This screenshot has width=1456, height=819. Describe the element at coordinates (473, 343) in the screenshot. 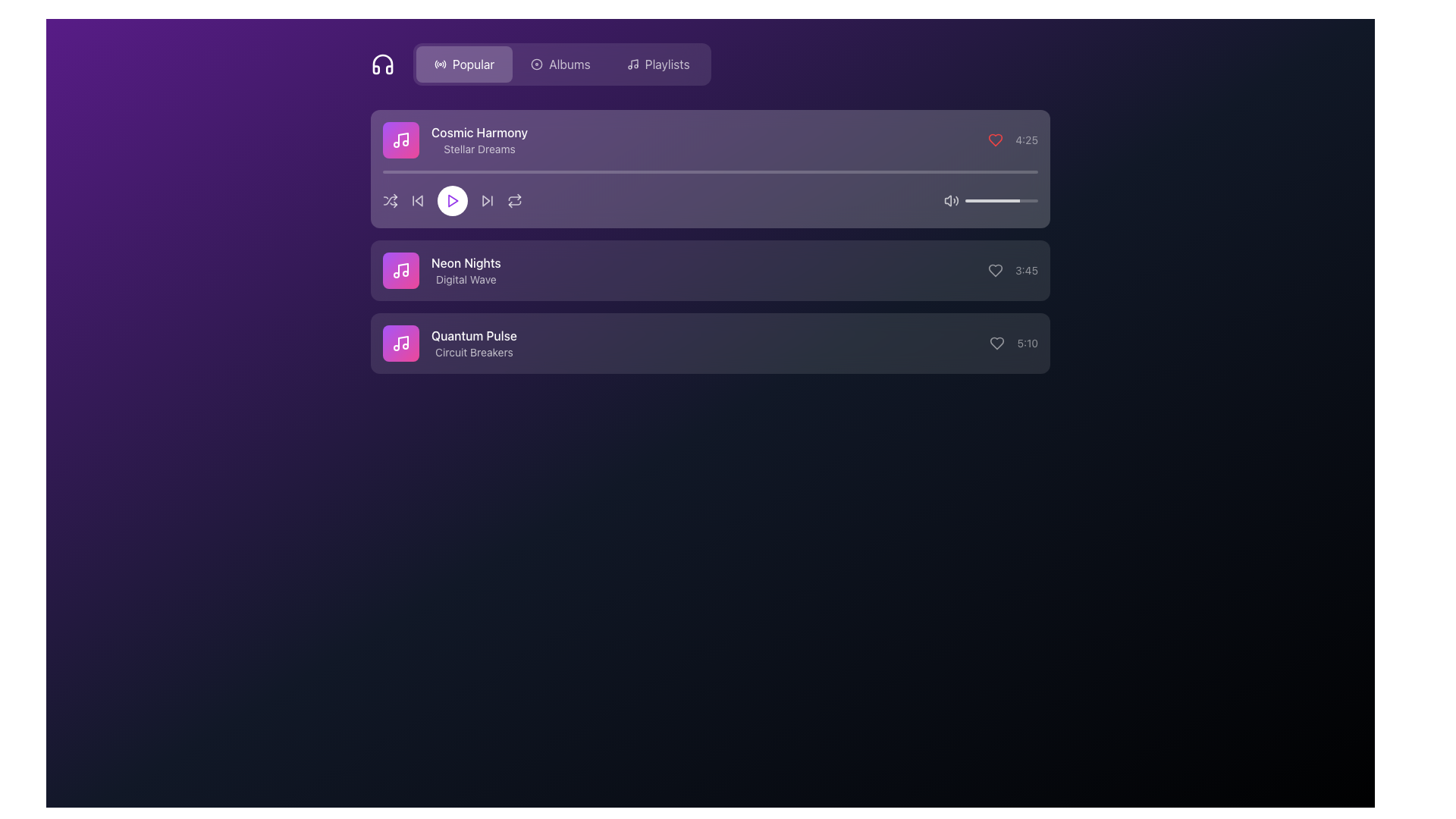

I see `the 'Quantum Pulse' text label, which features a bold white font for the title and a lighter gray subtitle 'Circuit Breakers', located` at that location.